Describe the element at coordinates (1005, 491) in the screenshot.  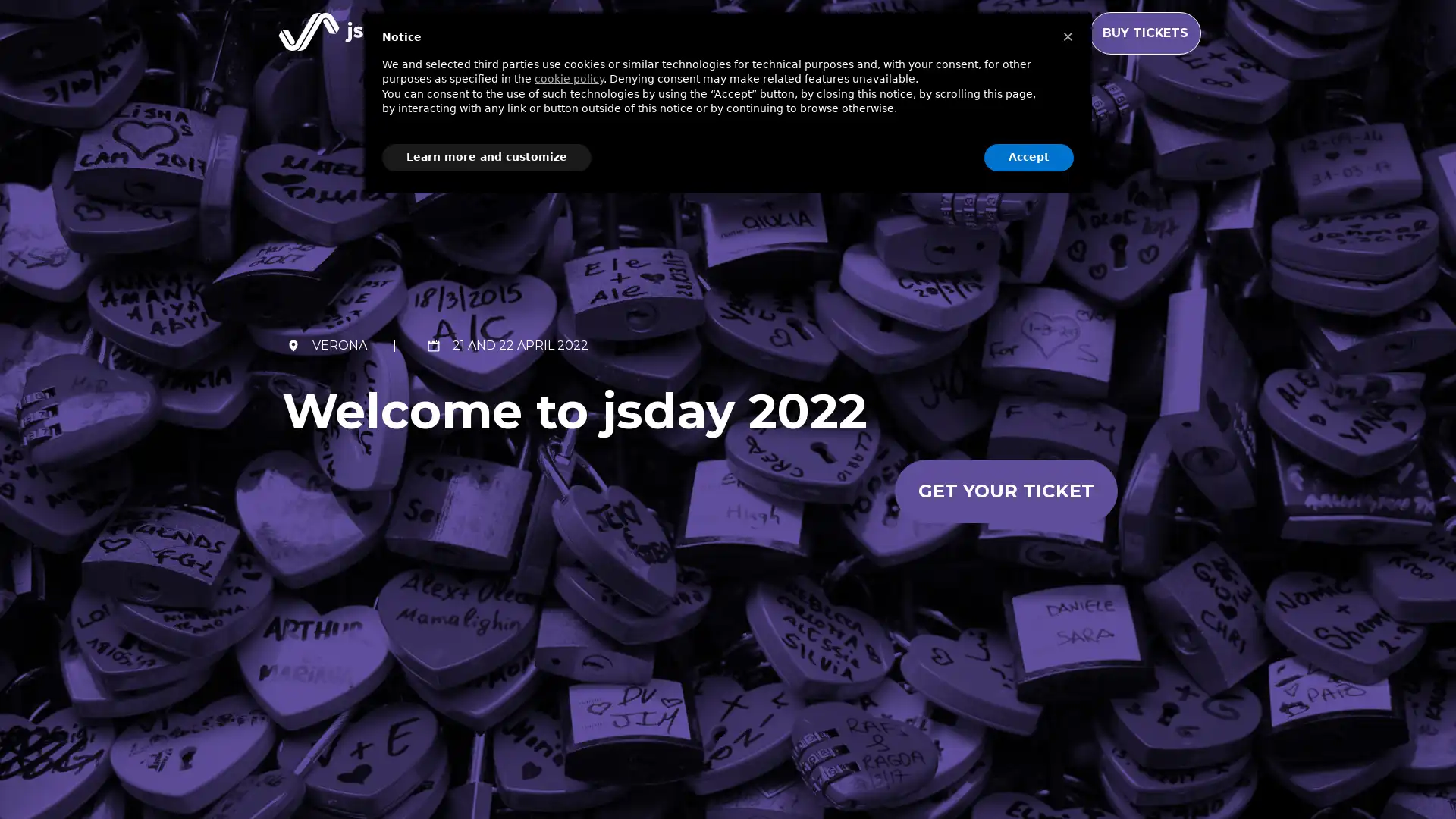
I see `Get your ticket` at that location.